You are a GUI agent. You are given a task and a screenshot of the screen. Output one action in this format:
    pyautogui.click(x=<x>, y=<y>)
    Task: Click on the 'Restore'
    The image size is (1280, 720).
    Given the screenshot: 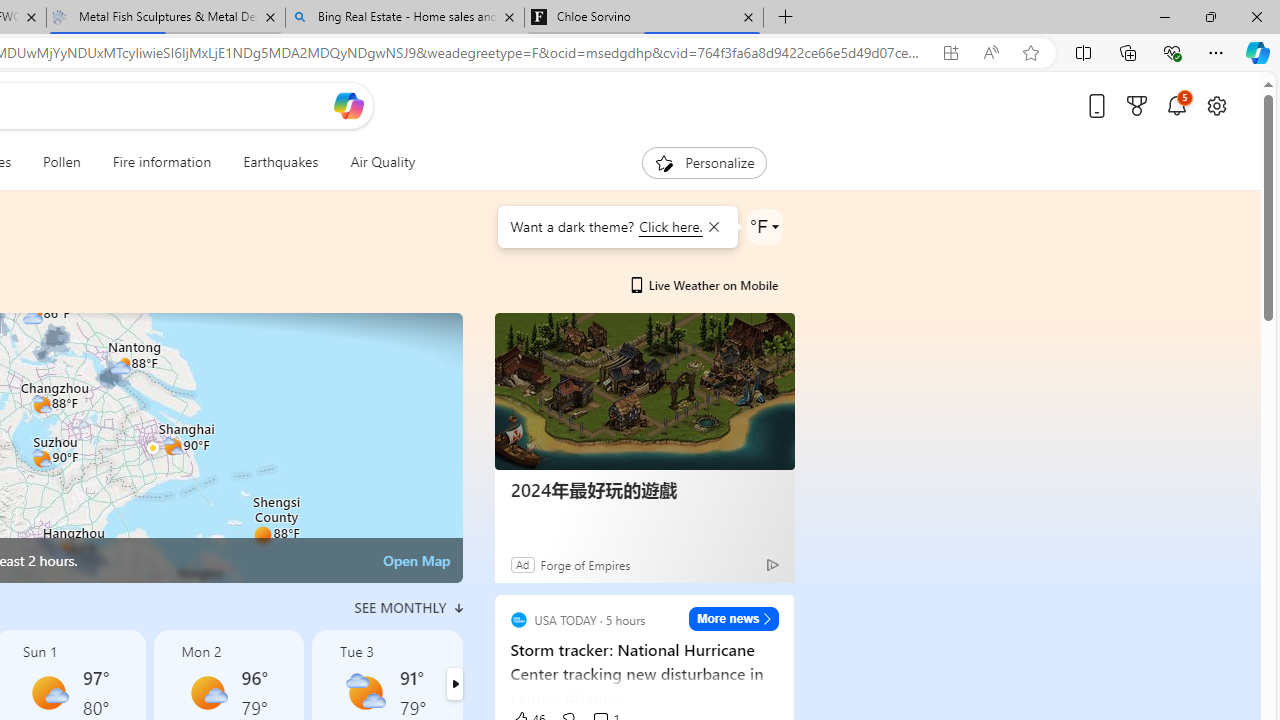 What is the action you would take?
    pyautogui.click(x=1209, y=16)
    